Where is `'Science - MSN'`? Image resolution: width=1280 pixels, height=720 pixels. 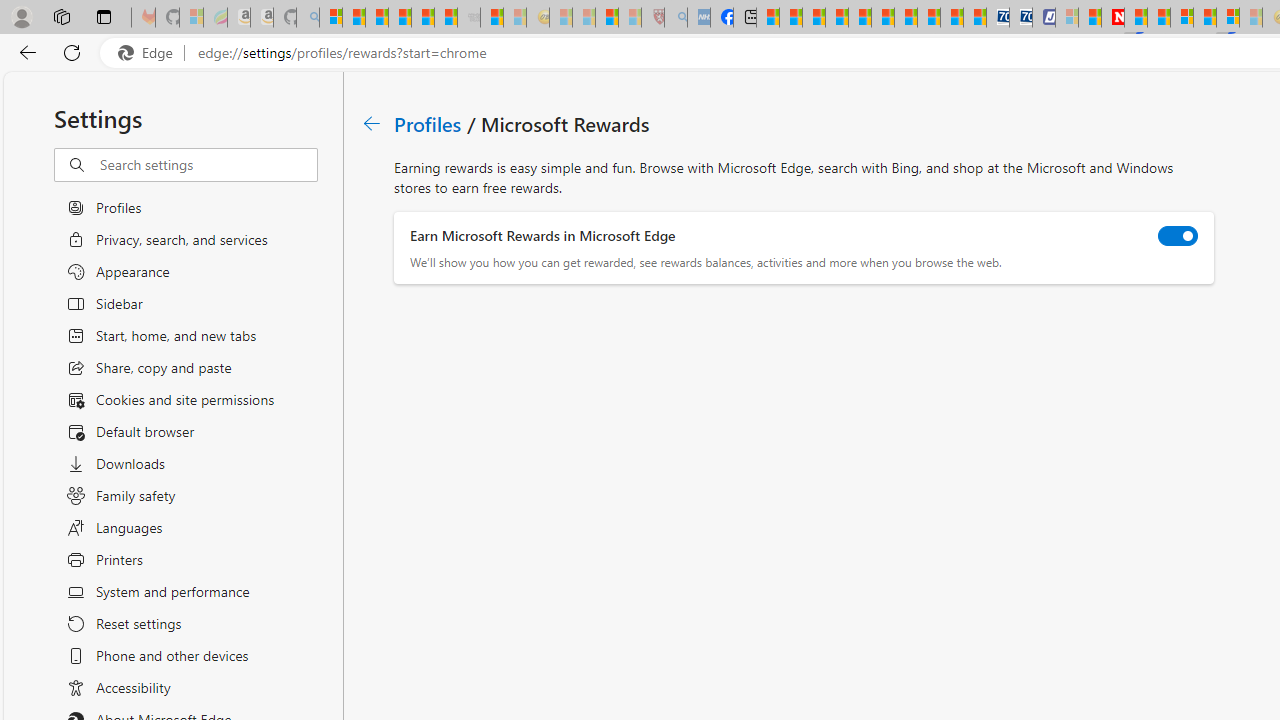 'Science - MSN' is located at coordinates (606, 17).